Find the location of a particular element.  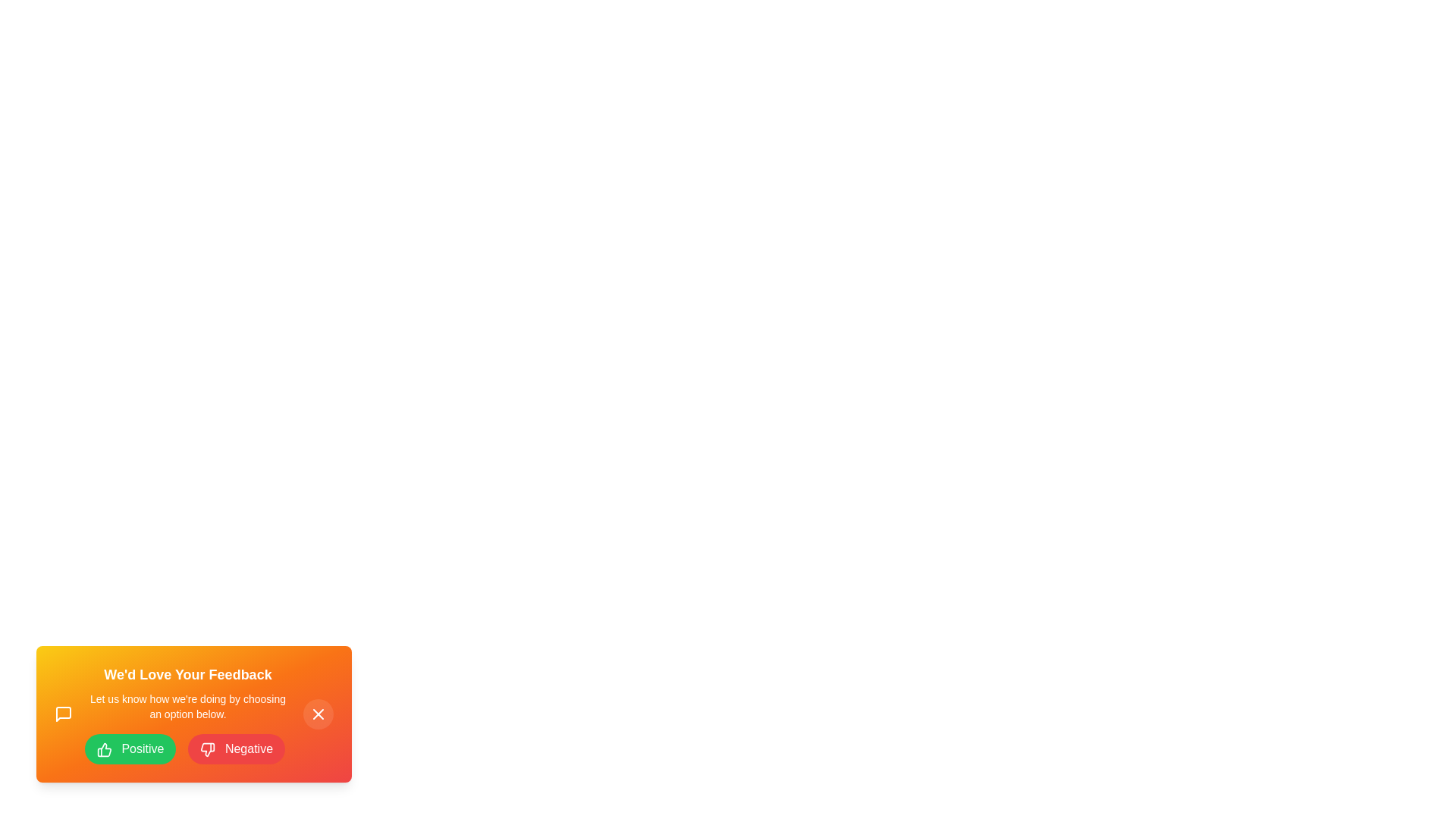

'Positive' button to provide positive feedback is located at coordinates (130, 748).